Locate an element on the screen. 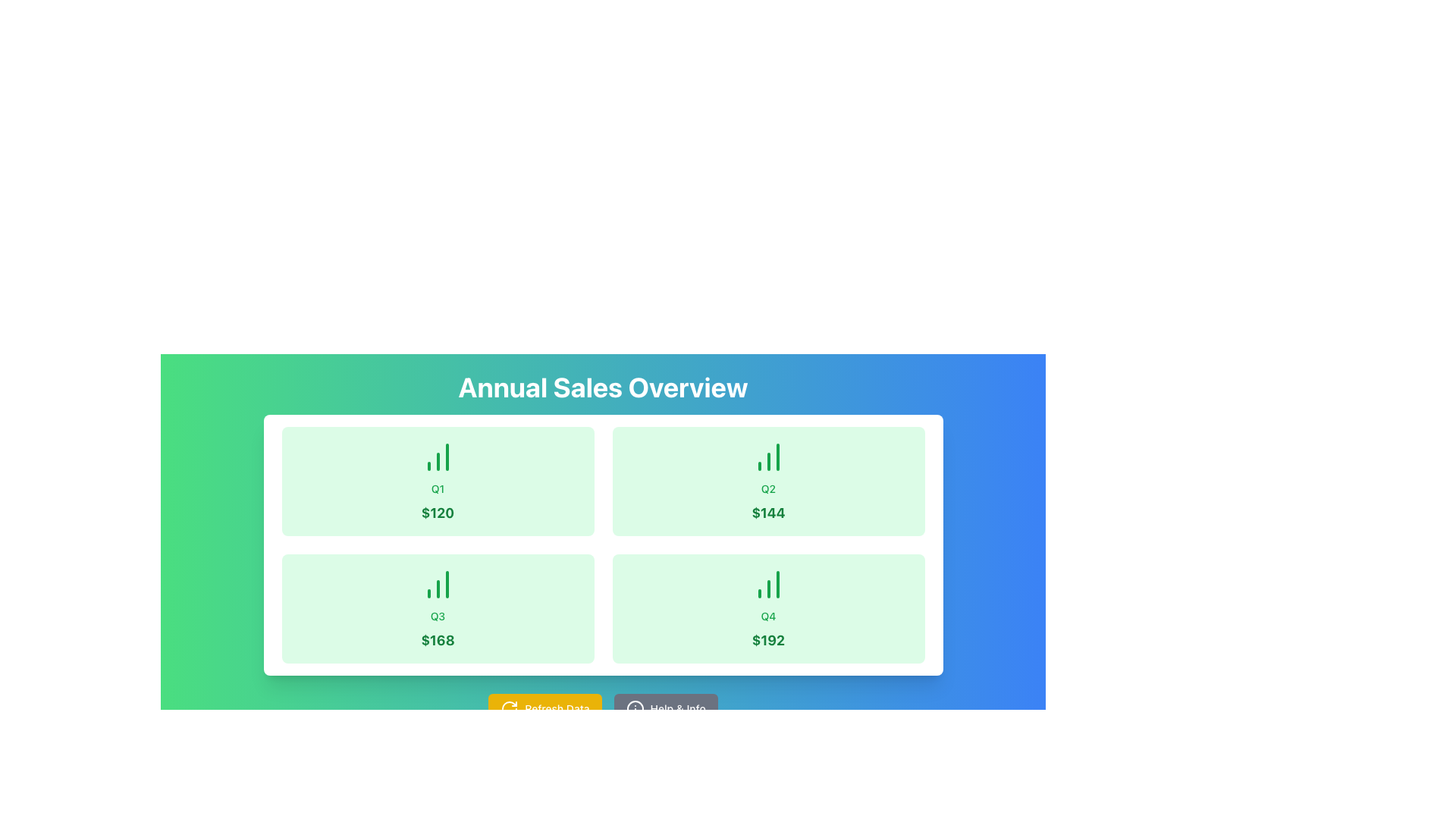  the data card displaying the value '$192' for Q4, located in the bottom right corner of the 2x2 grid layout is located at coordinates (768, 607).